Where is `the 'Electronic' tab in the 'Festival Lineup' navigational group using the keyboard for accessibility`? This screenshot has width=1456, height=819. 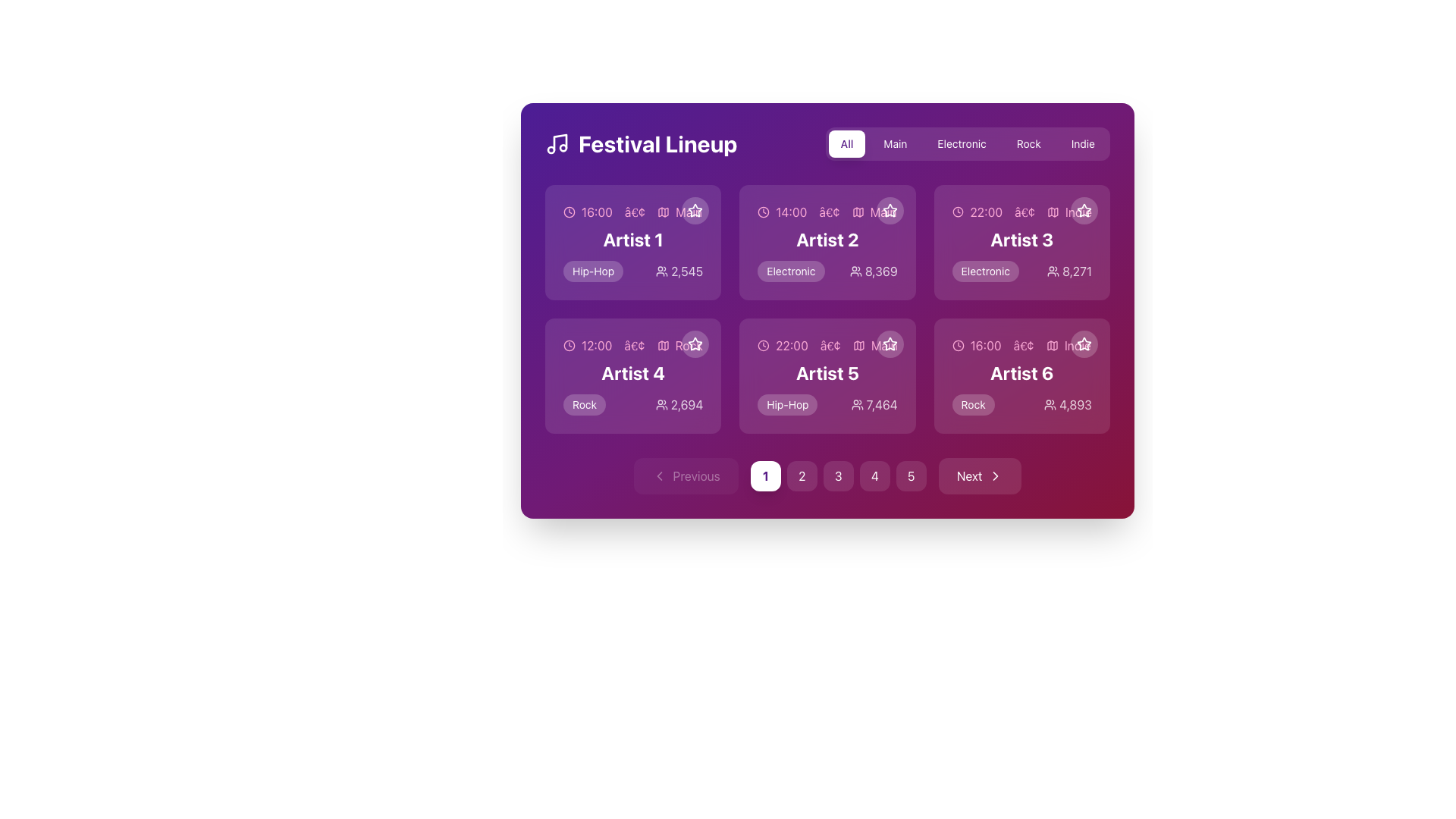 the 'Electronic' tab in the 'Festival Lineup' navigational group using the keyboard for accessibility is located at coordinates (967, 143).